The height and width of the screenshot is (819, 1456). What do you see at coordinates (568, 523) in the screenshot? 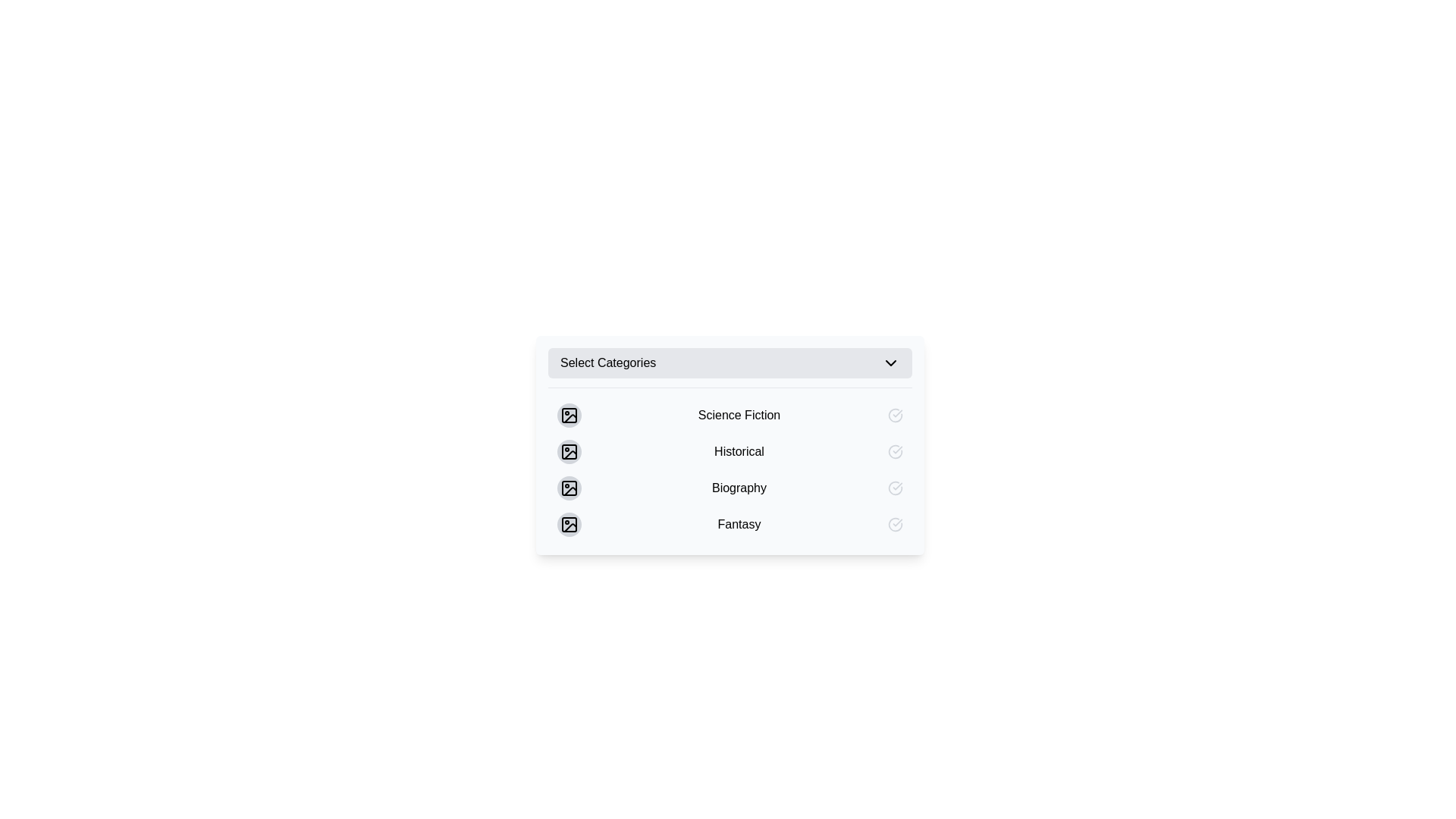
I see `the icon with a red border representing the 'Fantasy' category, located at the bottommost position in the left column of the list` at bounding box center [568, 523].